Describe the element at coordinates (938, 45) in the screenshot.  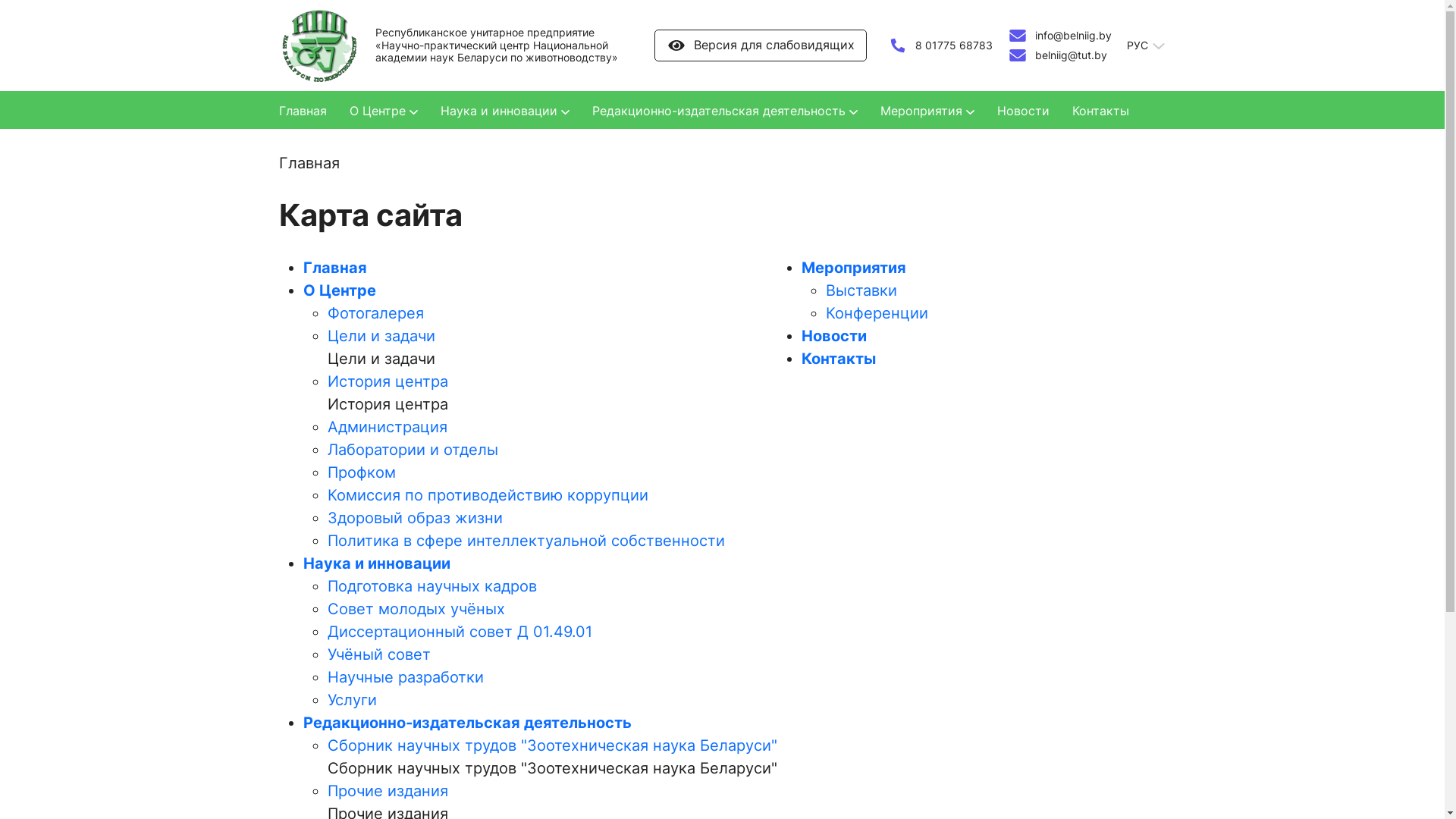
I see `'8 01775 68783'` at that location.